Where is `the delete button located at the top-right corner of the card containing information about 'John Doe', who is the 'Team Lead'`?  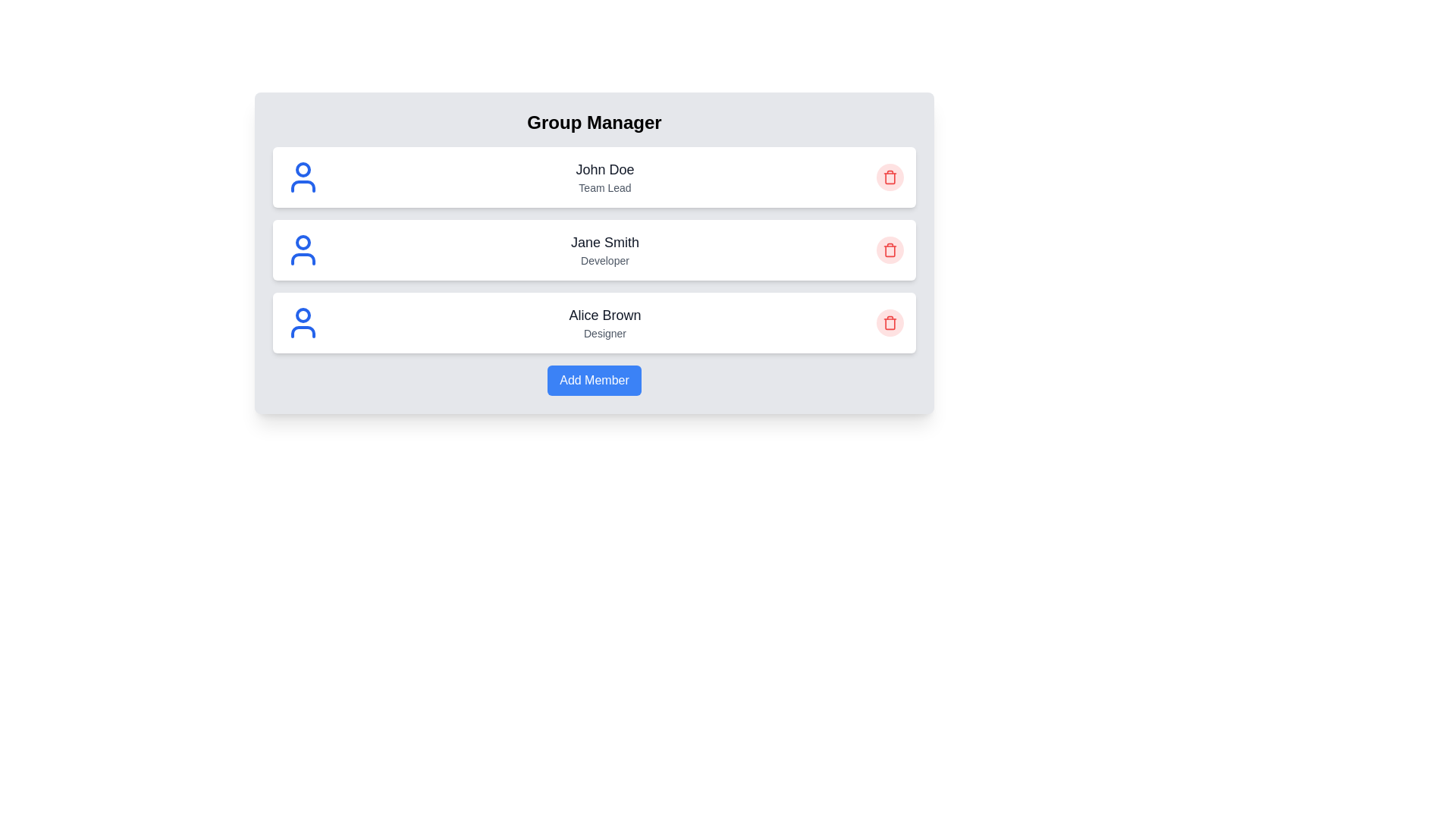
the delete button located at the top-right corner of the card containing information about 'John Doe', who is the 'Team Lead' is located at coordinates (890, 177).